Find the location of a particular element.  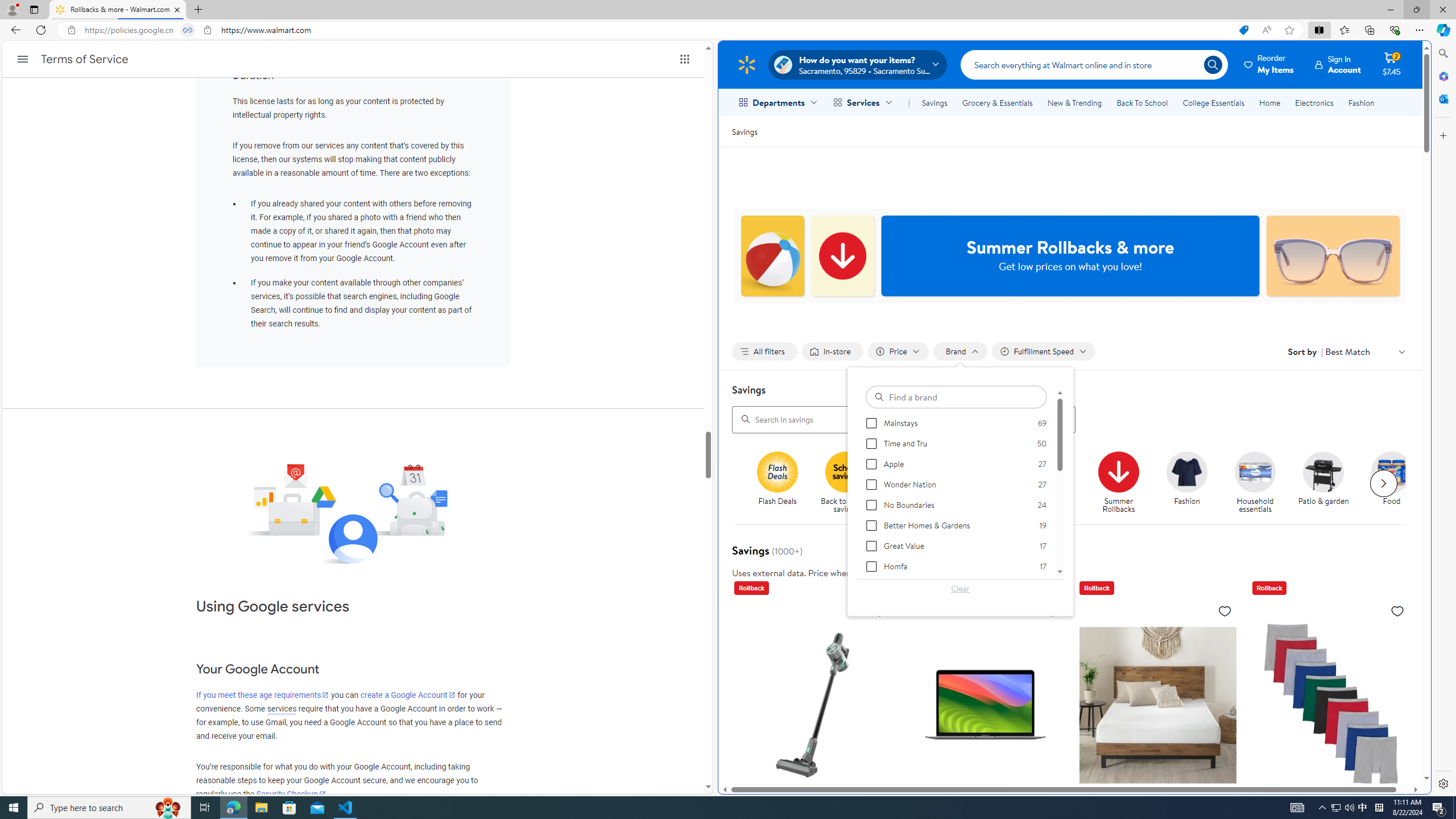

'Rollbacks & more - Walmart.com' is located at coordinates (118, 9).